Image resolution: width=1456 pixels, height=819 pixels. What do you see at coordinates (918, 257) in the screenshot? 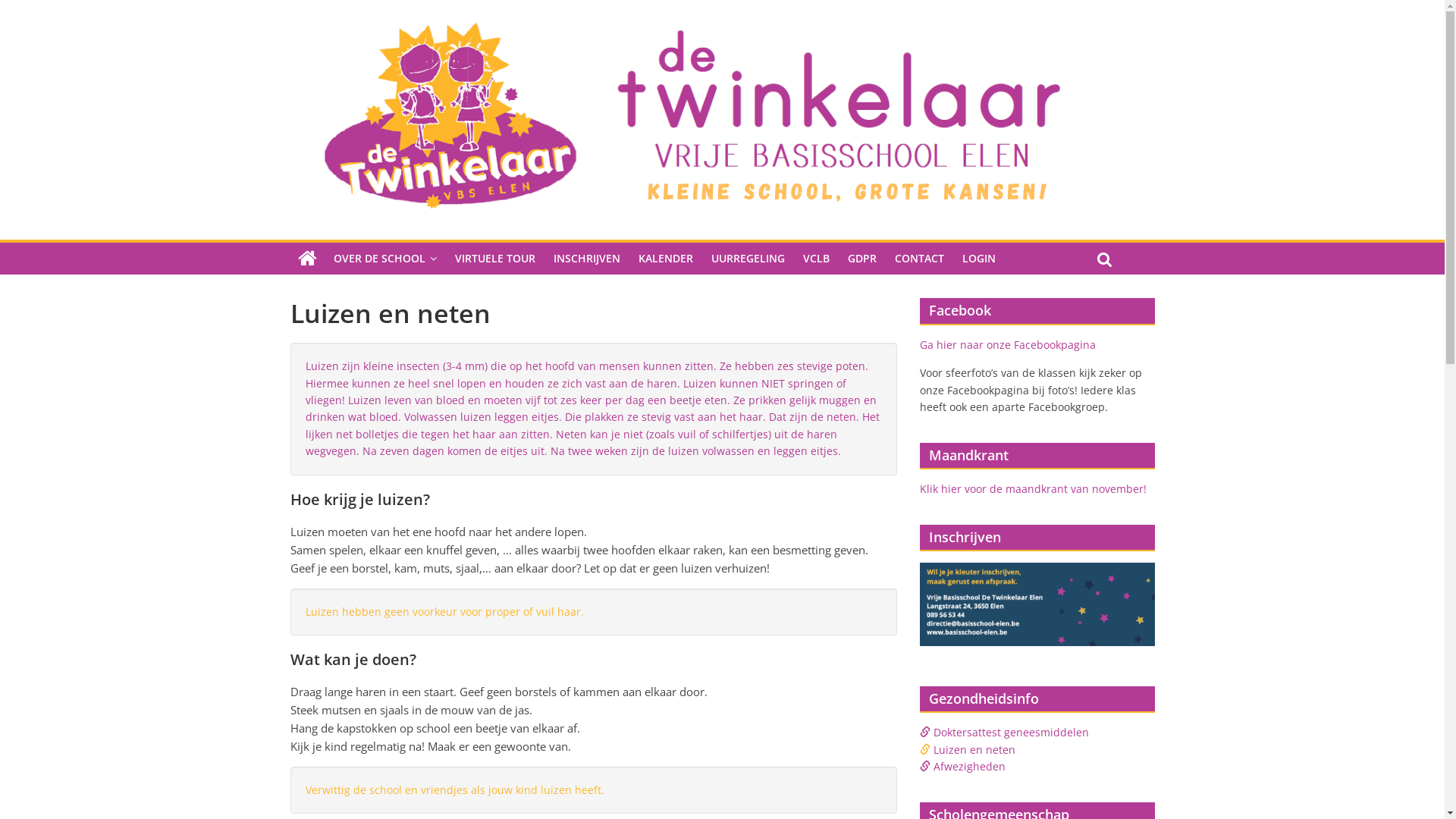
I see `'CONTACT'` at bounding box center [918, 257].